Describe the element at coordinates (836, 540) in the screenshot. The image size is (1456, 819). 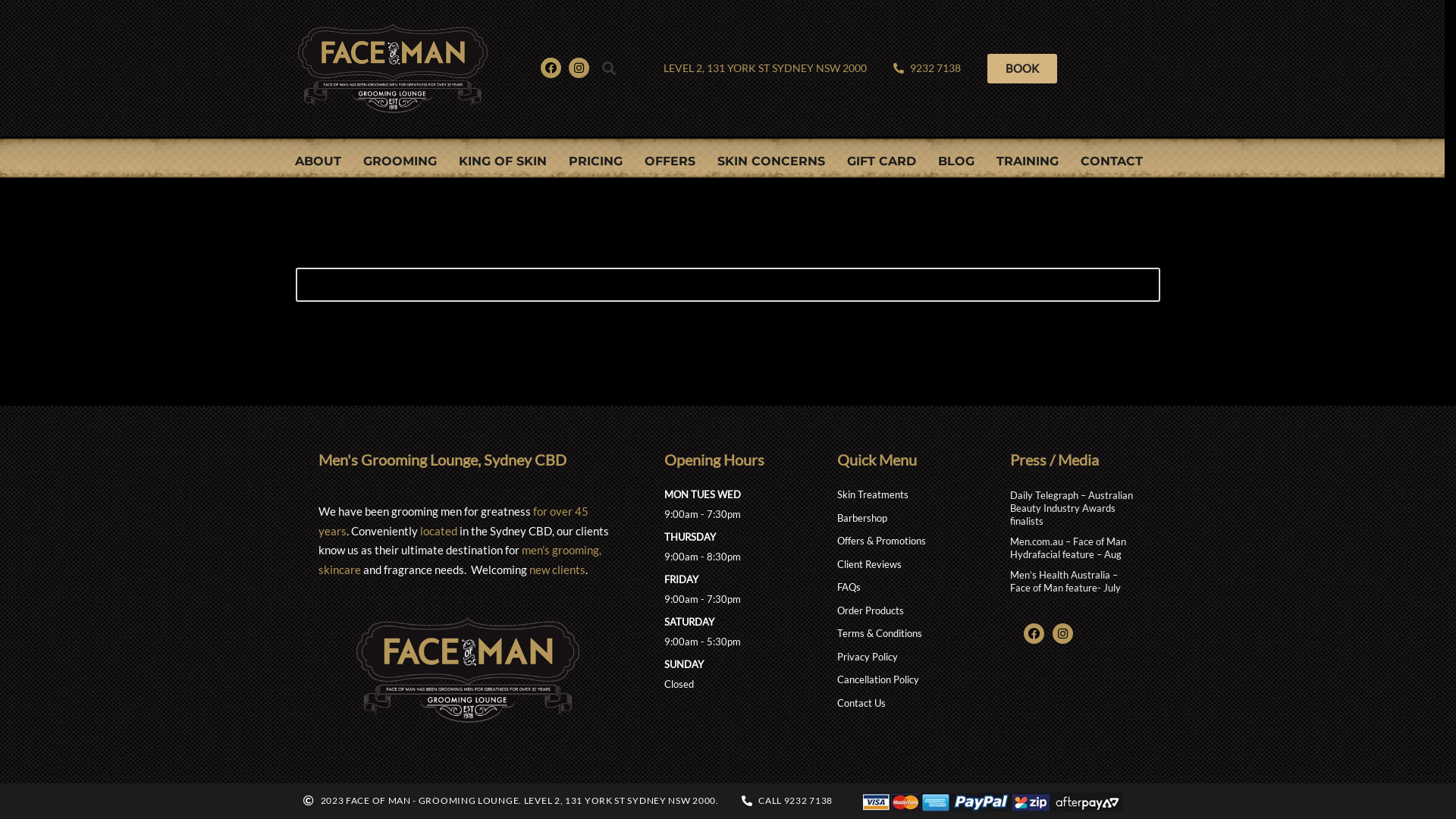
I see `'Offers & Promotions'` at that location.